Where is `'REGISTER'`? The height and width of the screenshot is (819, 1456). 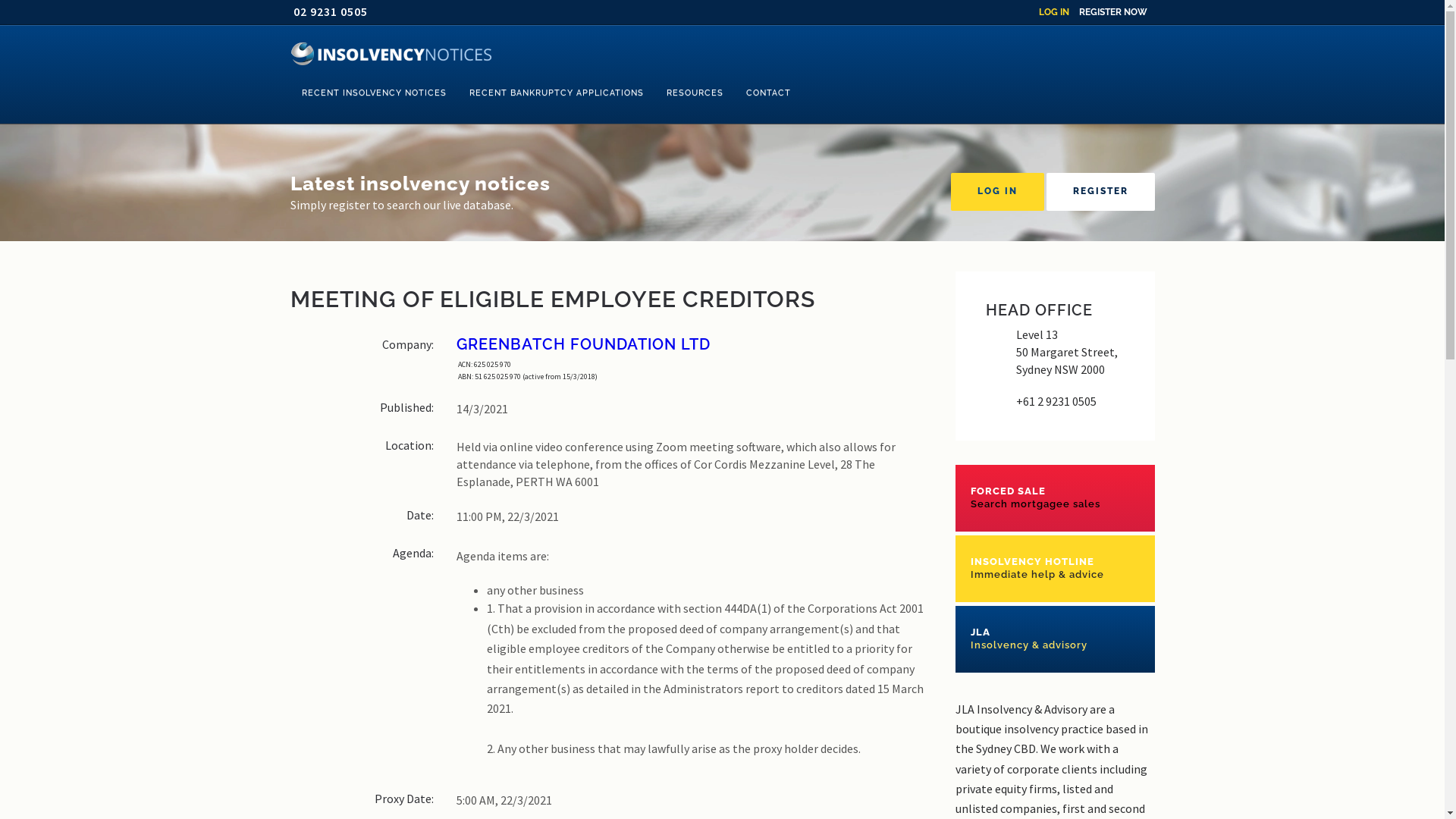 'REGISTER' is located at coordinates (1100, 191).